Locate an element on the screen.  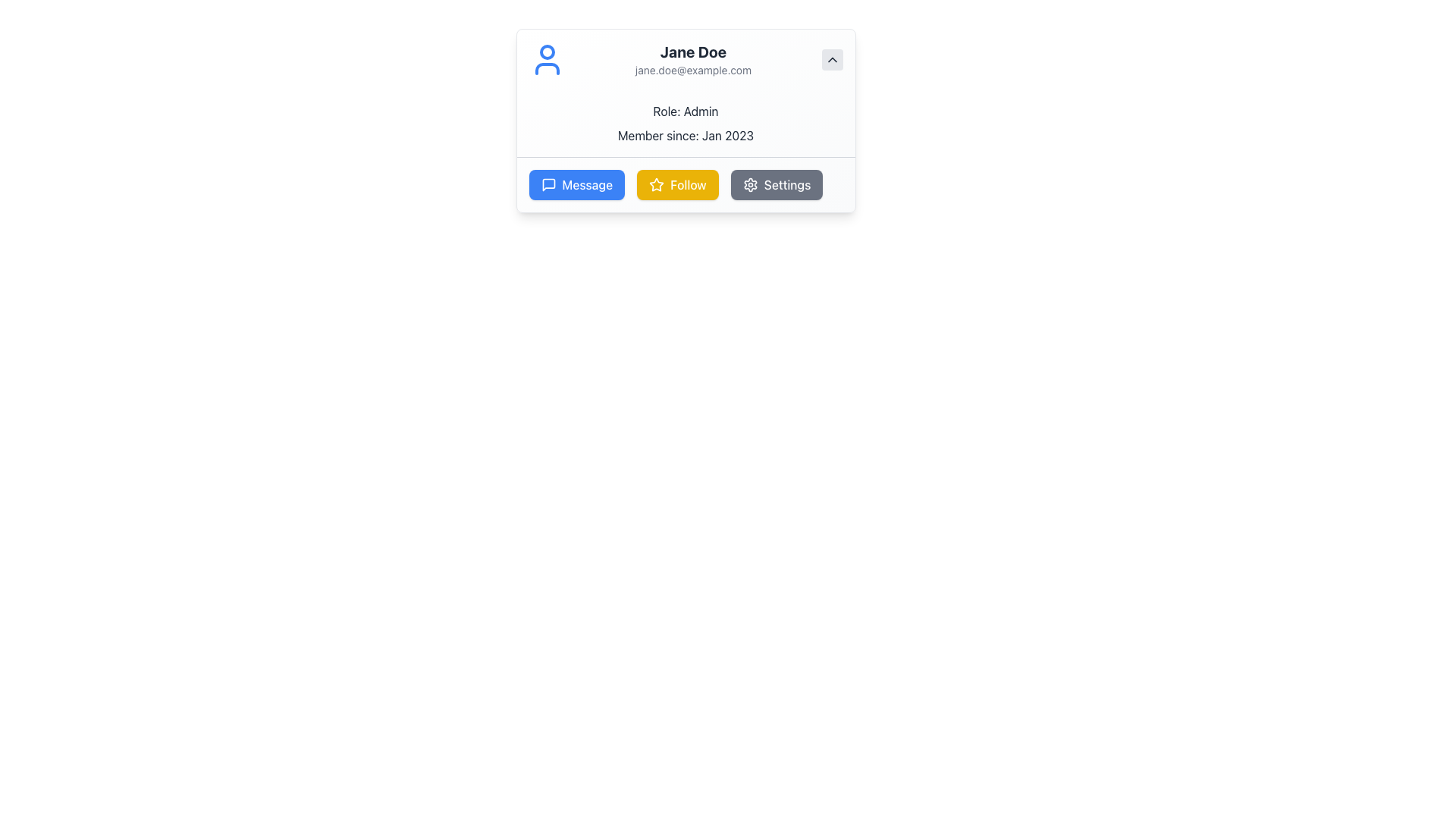
the star icon located in the upper central region of the profile card, which features a minimalistic design and is positioned above the buttons labeled 'Message,' 'Follow,' and 'Settings.' is located at coordinates (657, 184).